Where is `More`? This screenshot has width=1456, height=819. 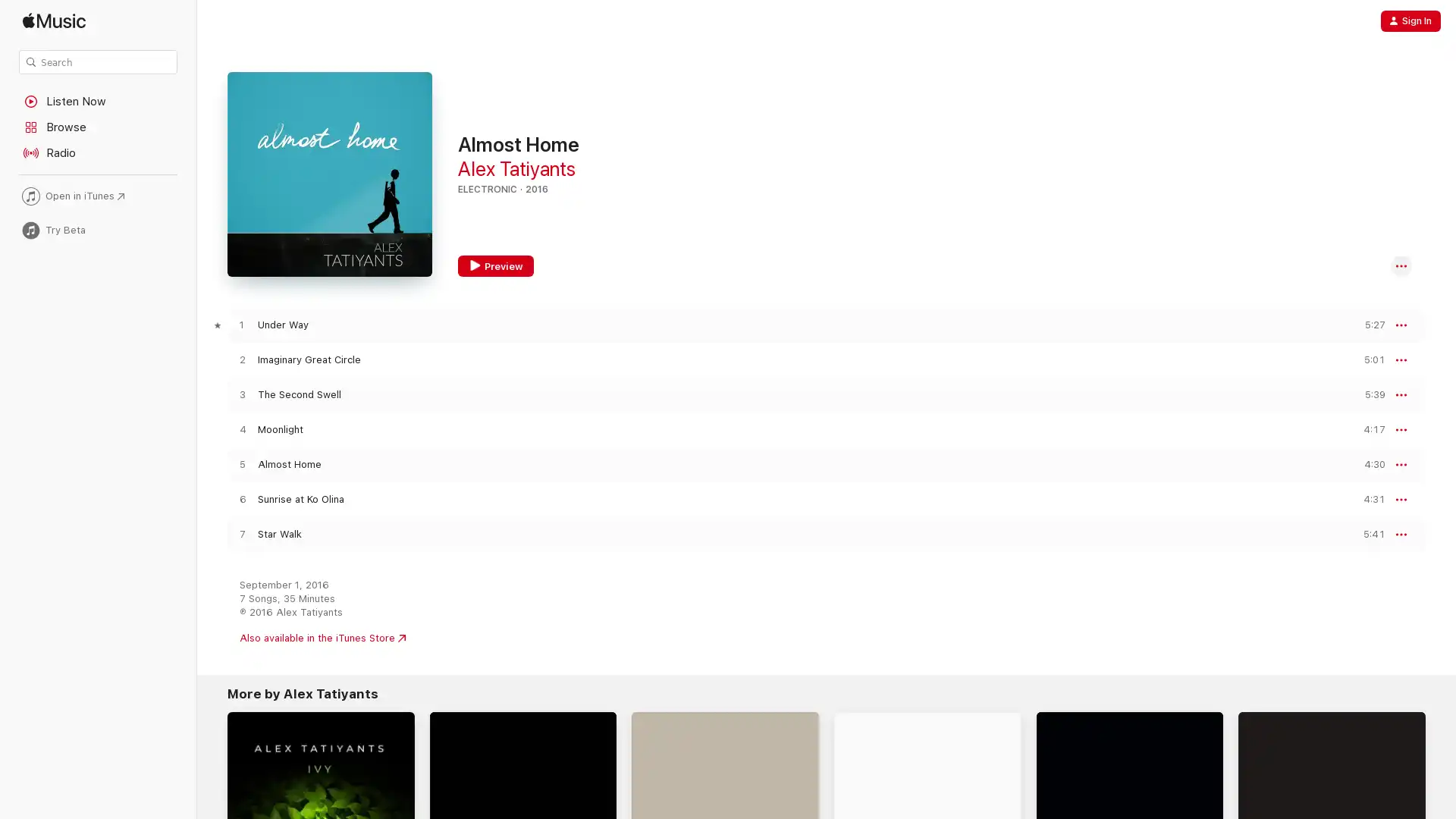 More is located at coordinates (1401, 430).